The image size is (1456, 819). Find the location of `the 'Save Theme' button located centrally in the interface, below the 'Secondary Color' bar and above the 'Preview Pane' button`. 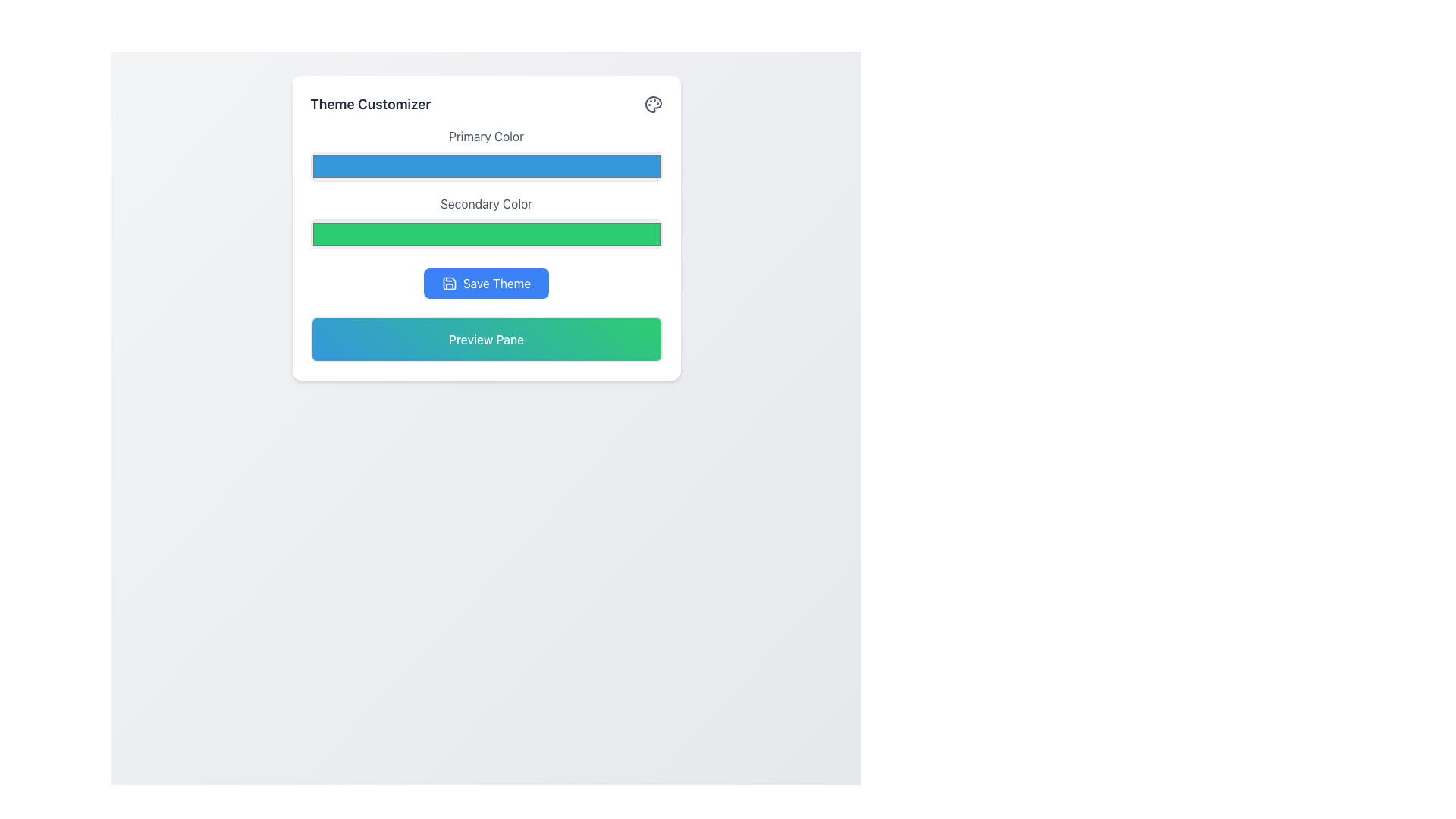

the 'Save Theme' button located centrally in the interface, below the 'Secondary Color' bar and above the 'Preview Pane' button is located at coordinates (486, 284).